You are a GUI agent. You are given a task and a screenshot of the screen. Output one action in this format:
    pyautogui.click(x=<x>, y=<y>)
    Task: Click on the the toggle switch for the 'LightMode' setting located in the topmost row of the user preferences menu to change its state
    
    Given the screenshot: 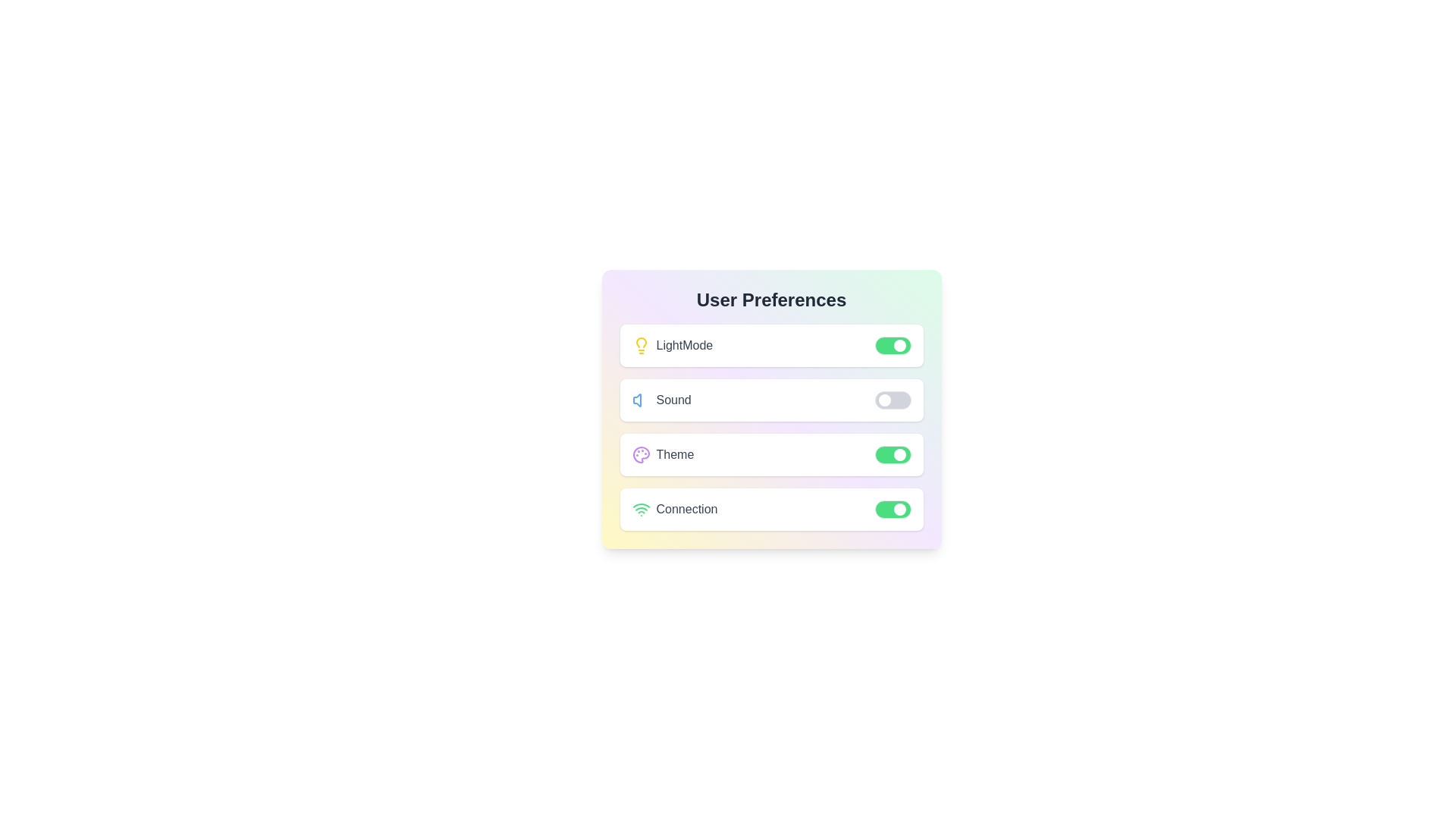 What is the action you would take?
    pyautogui.click(x=893, y=345)
    